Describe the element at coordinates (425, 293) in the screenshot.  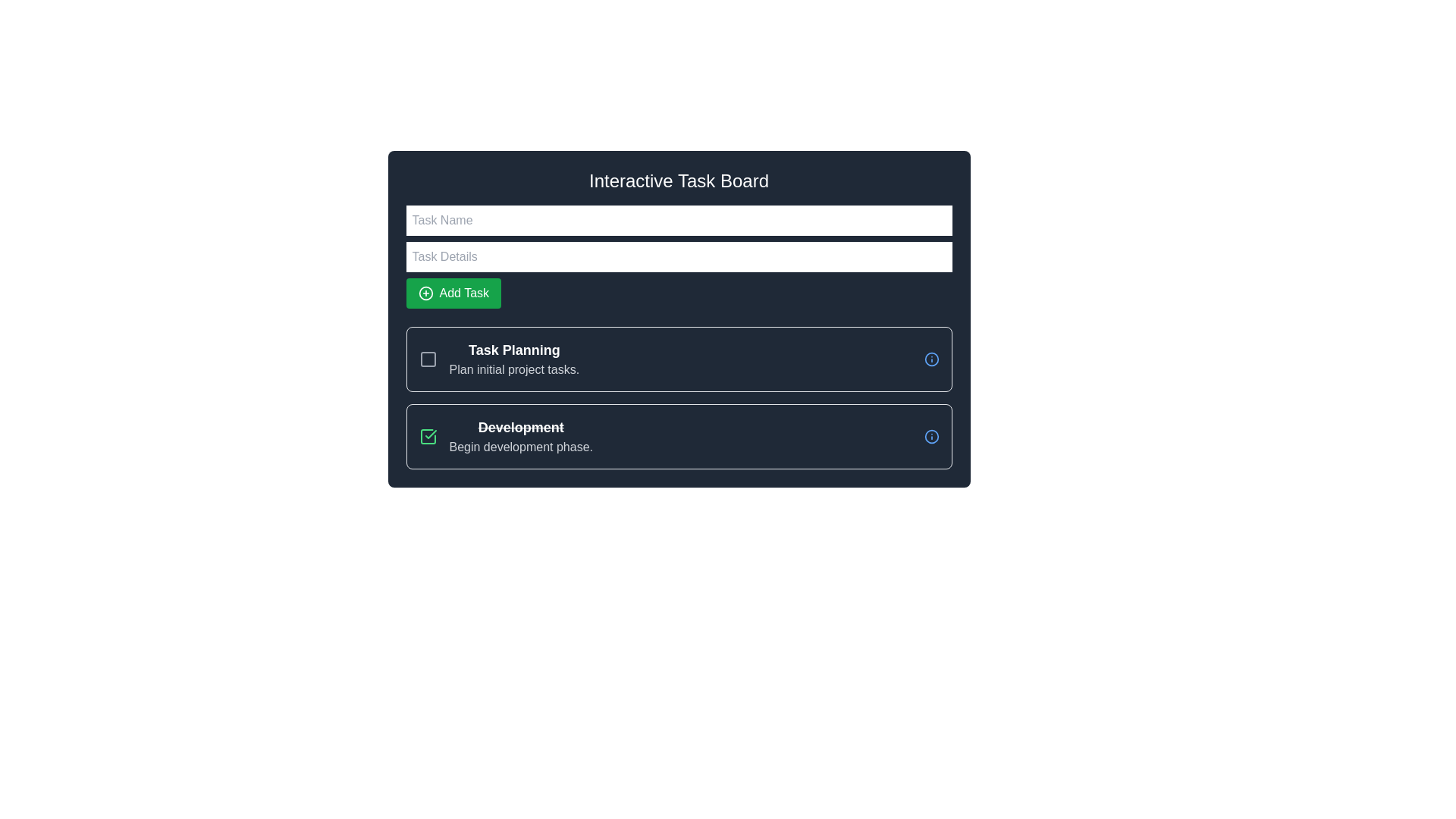
I see `the 'Add Task' button, which features a green background with a plus symbol inside a circle, located in the upper-left corner of the interactive task board` at that location.